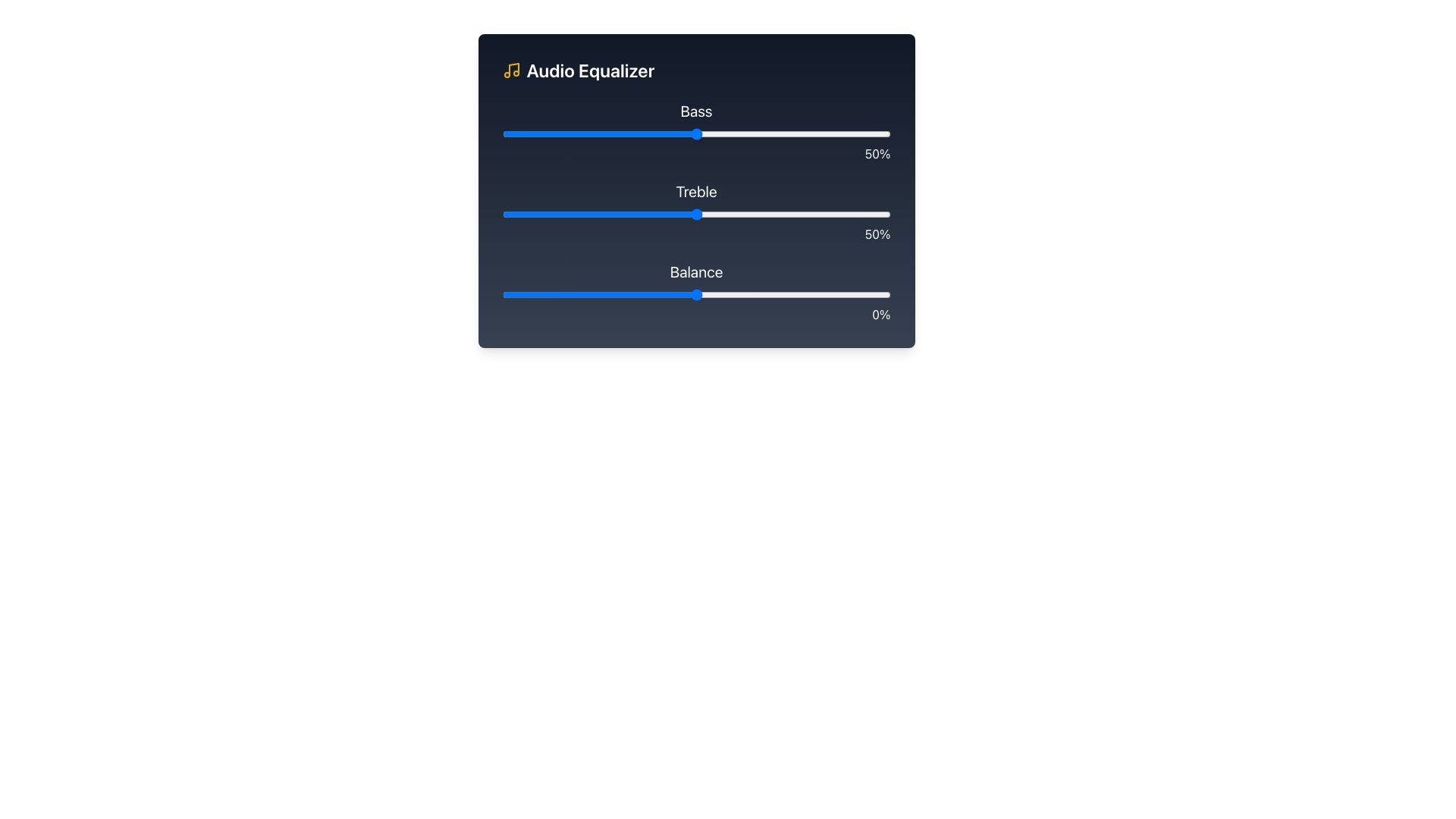 The width and height of the screenshot is (1456, 819). Describe the element at coordinates (541, 133) in the screenshot. I see `the Bass level` at that location.